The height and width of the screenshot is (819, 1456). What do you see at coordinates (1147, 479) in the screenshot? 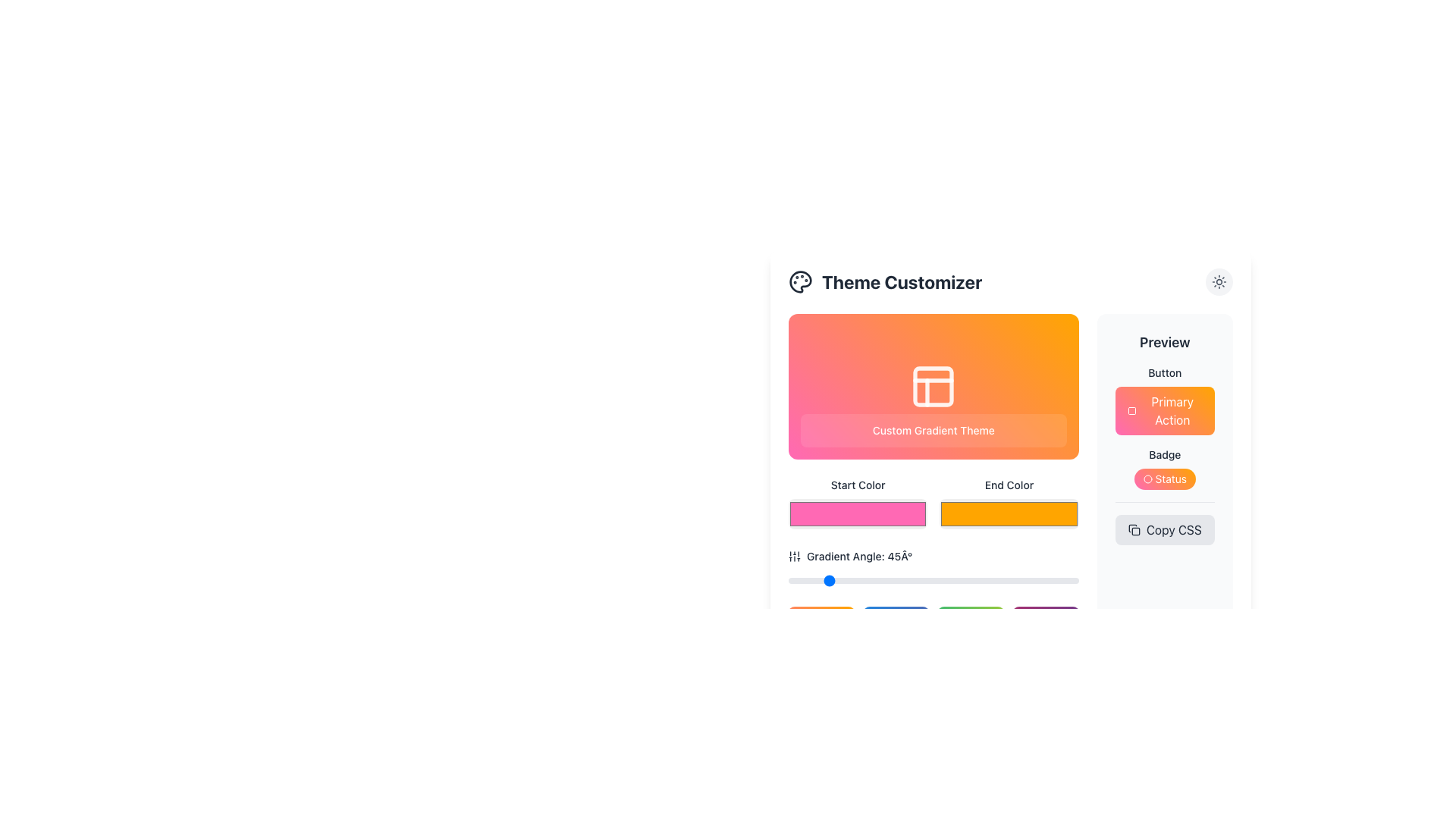
I see `small circle vector graphic icon with a stroke outline next to the 'Status' text in the badge component in the Preview section` at bounding box center [1147, 479].